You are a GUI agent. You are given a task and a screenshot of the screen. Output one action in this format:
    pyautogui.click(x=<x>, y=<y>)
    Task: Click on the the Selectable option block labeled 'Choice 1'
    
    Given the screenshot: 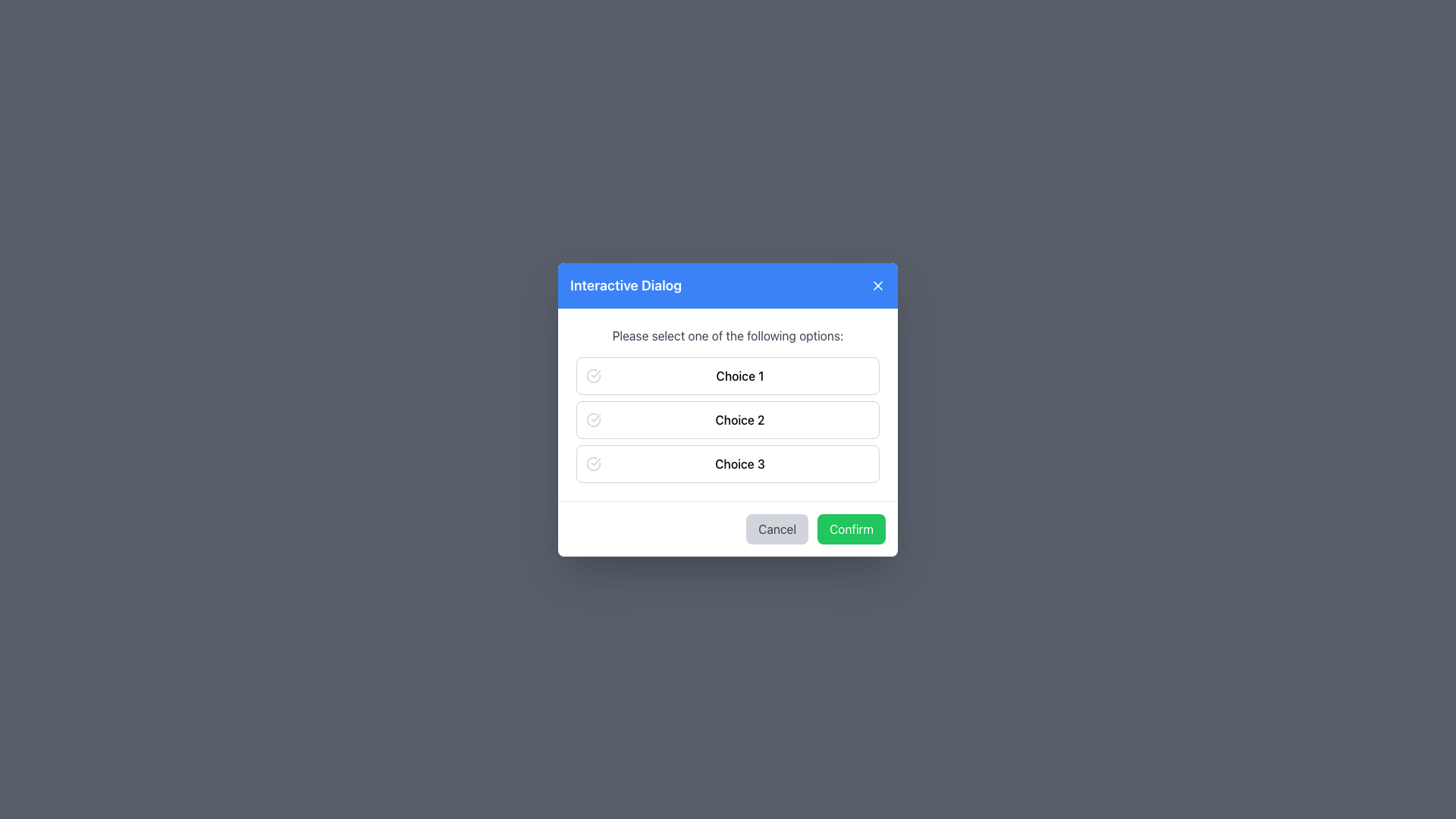 What is the action you would take?
    pyautogui.click(x=728, y=375)
    